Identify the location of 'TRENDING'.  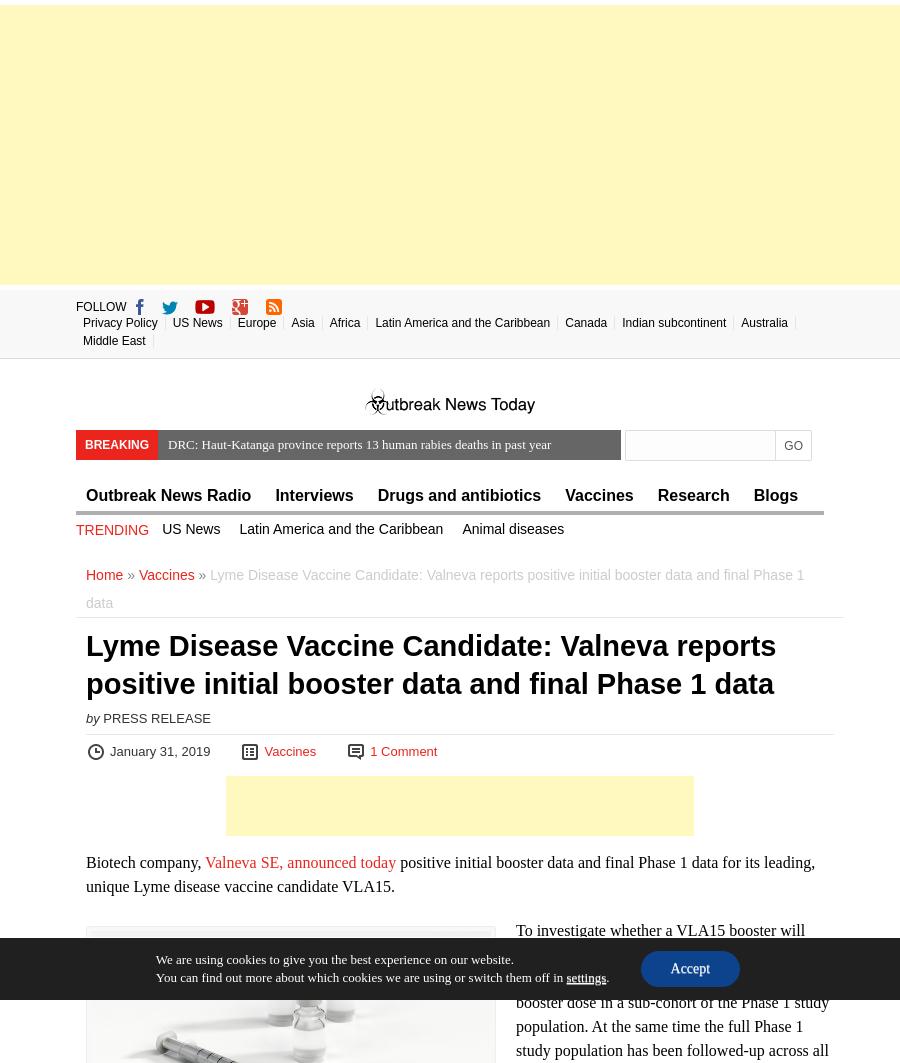
(111, 530).